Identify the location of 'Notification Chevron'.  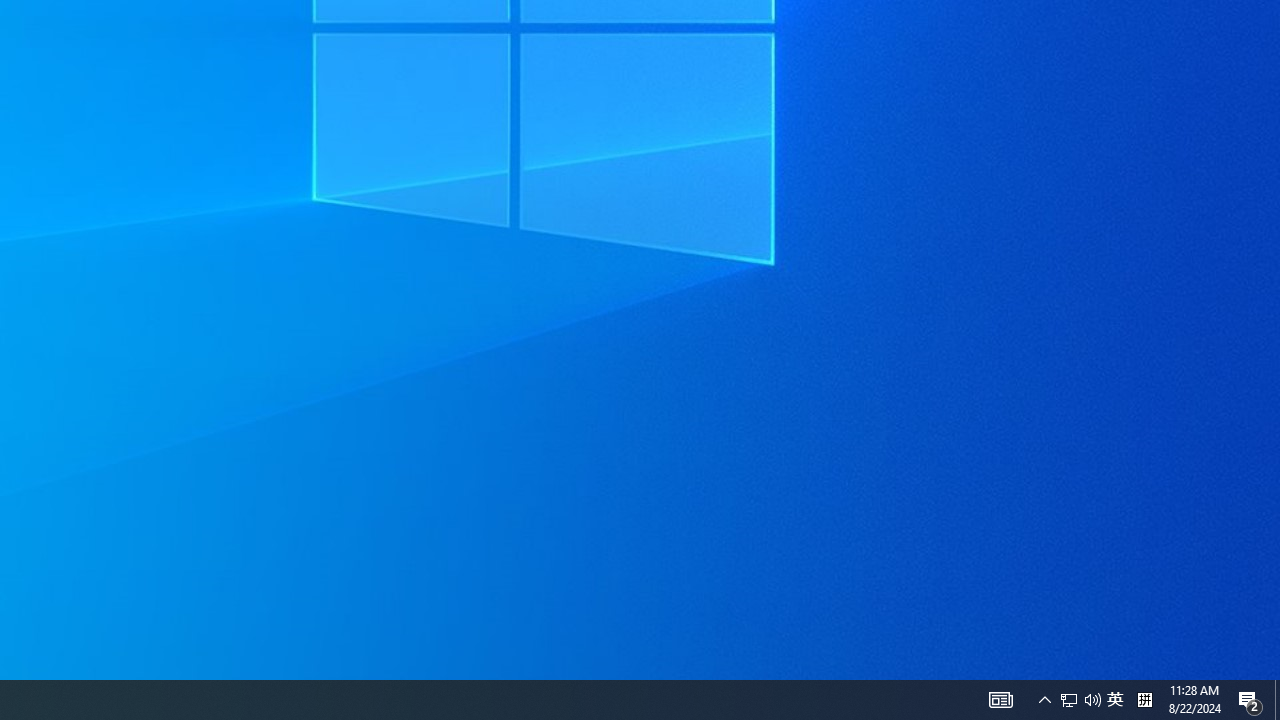
(1092, 698).